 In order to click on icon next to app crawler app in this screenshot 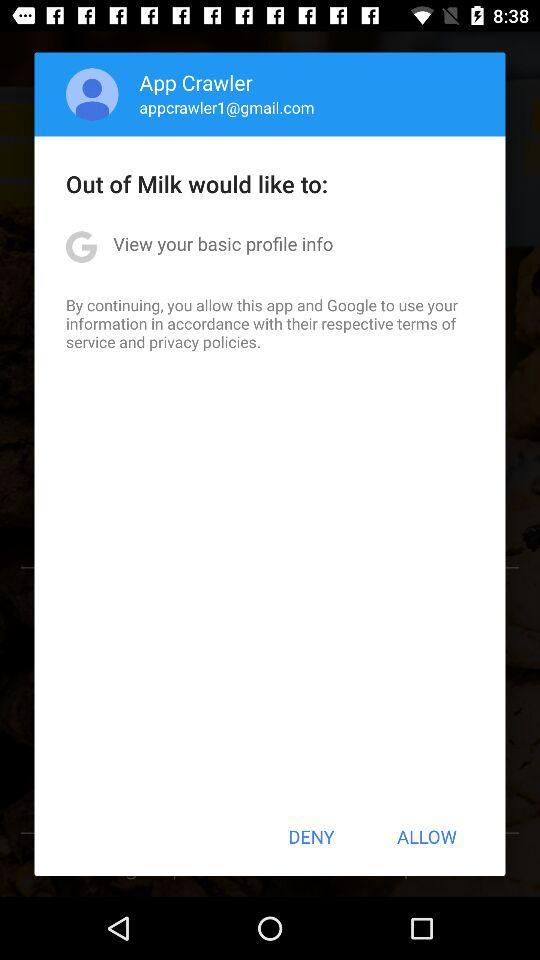, I will do `click(91, 94)`.